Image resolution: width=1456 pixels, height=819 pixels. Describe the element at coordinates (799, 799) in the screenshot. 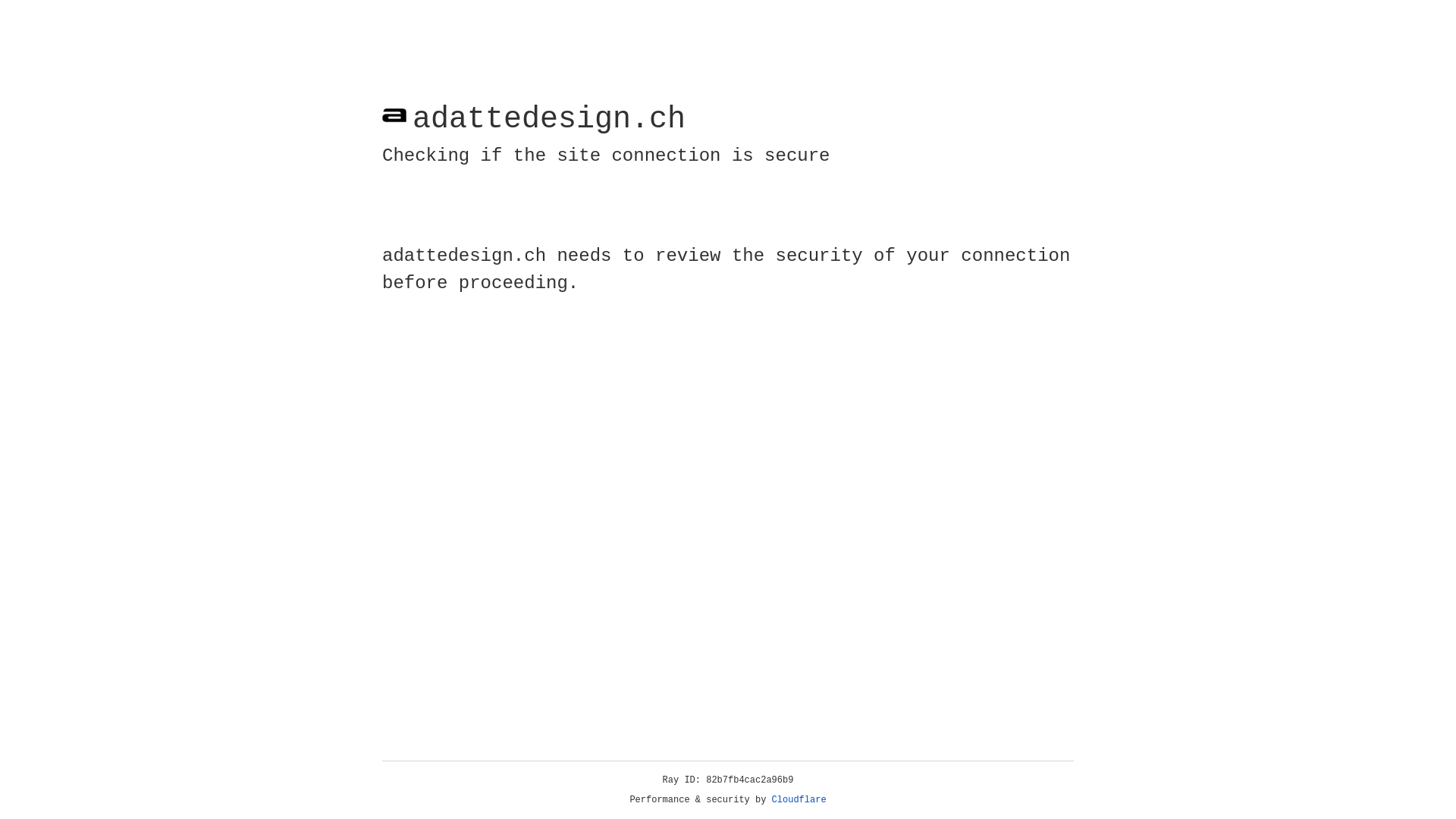

I see `'Cloudflare'` at that location.